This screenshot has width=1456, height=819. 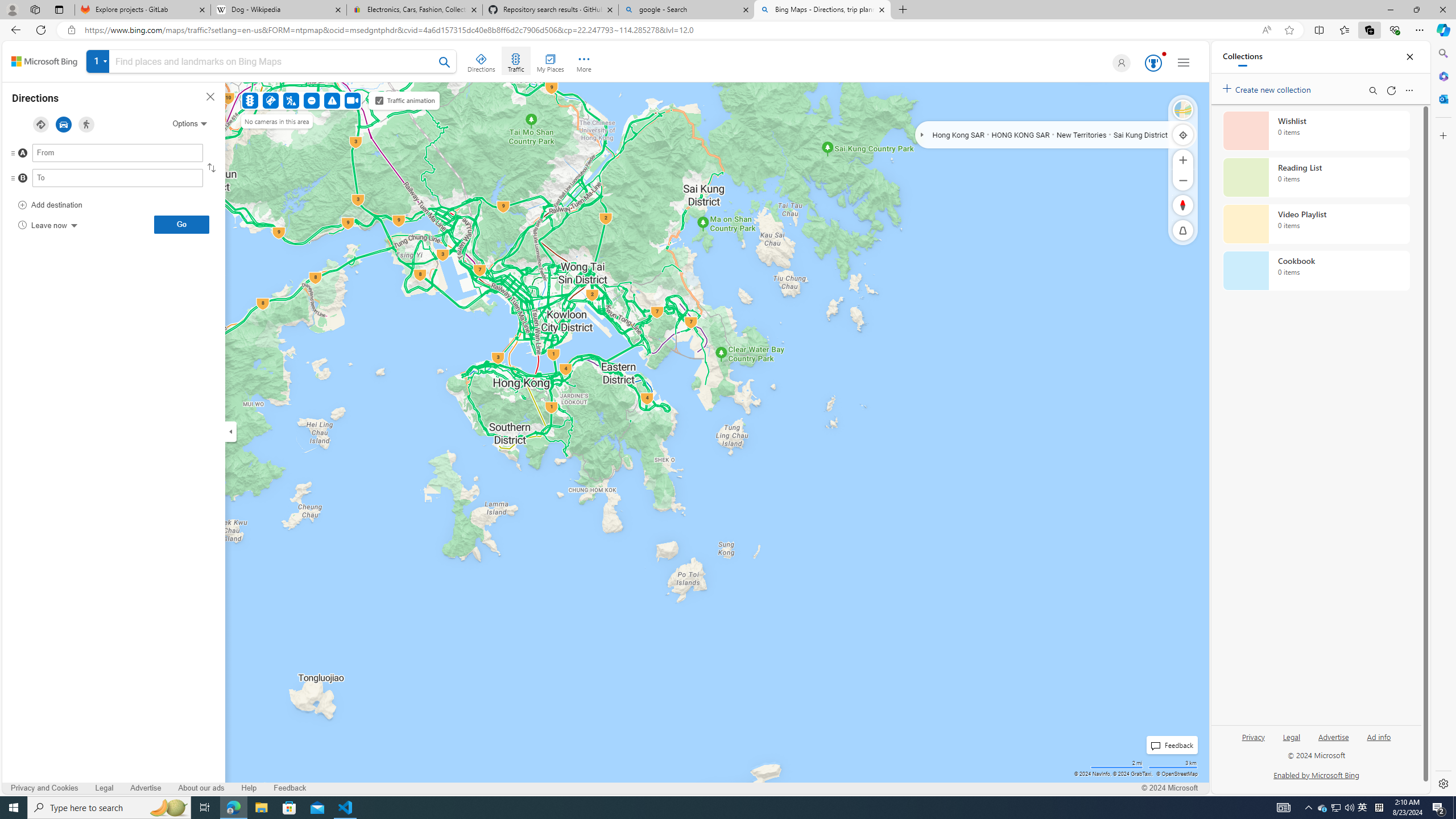 What do you see at coordinates (1119, 63) in the screenshot?
I see `'Default Profile Picture'` at bounding box center [1119, 63].